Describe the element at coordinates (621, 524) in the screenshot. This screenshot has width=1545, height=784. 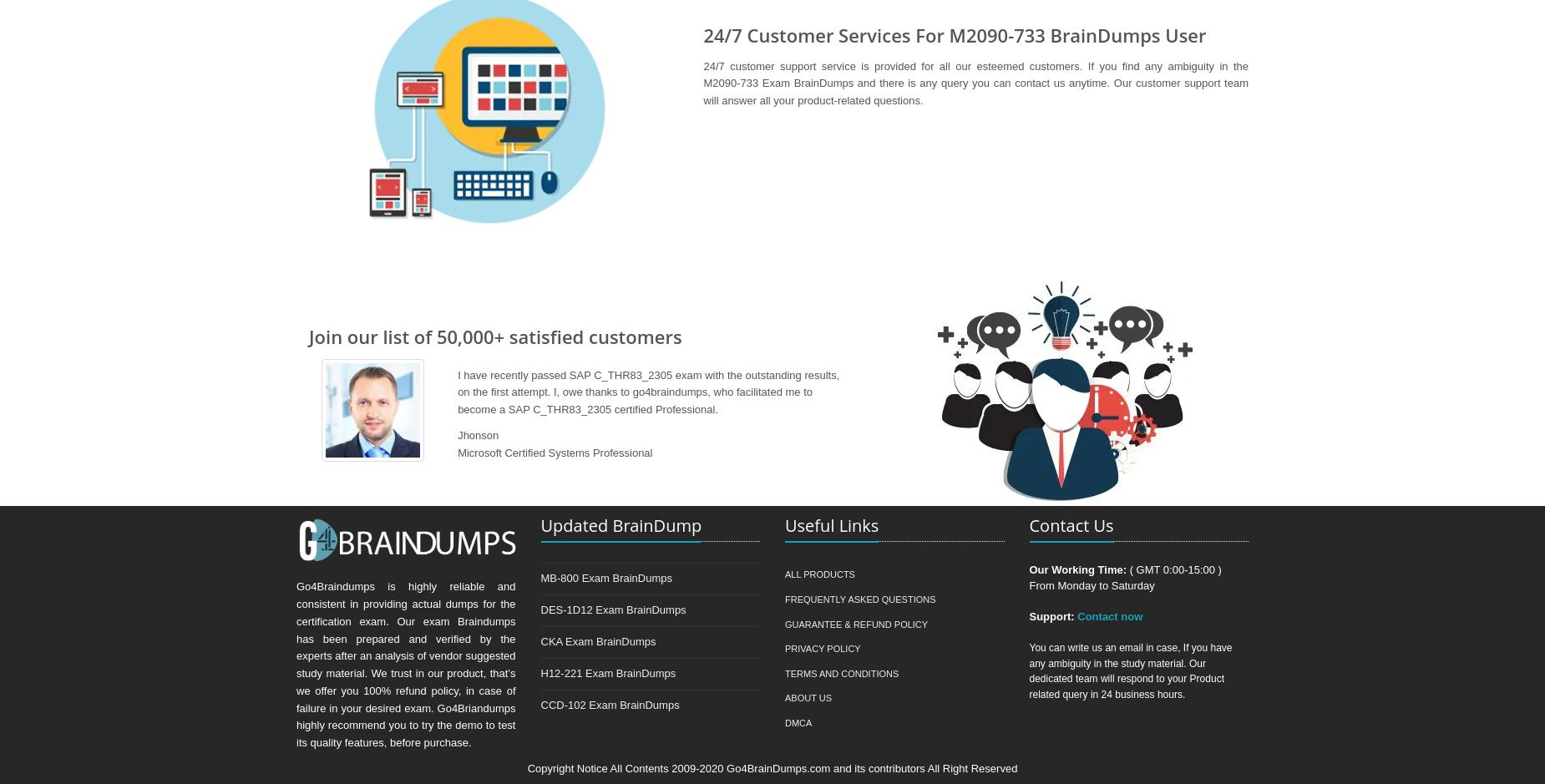
I see `'Updated BrainDump'` at that location.